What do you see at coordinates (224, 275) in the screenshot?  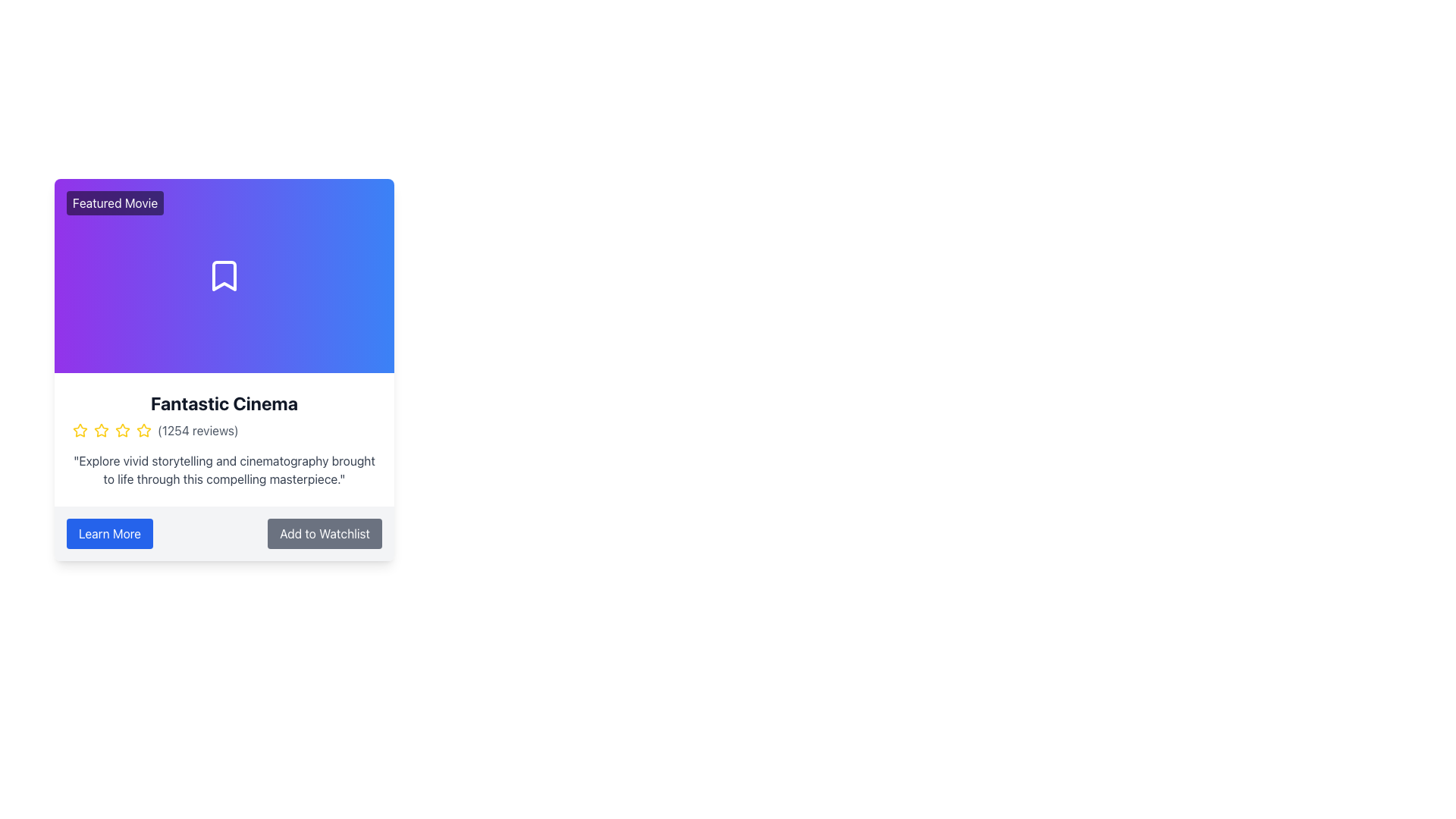 I see `the bookmark icon, which is a simple outline style in white, located at the center of the gradient background in the 'Featured Movie' card component, to bookmark` at bounding box center [224, 275].